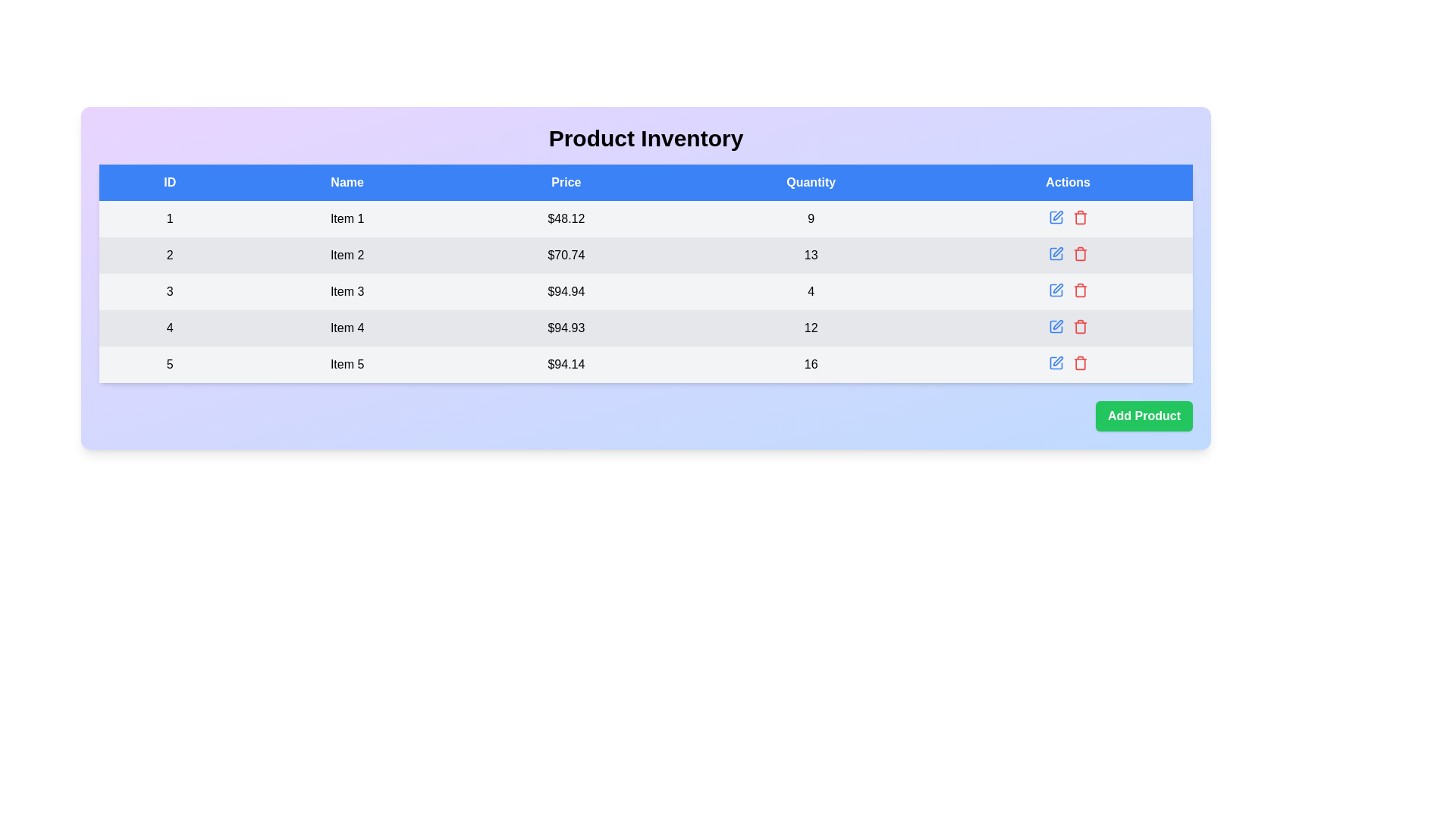 This screenshot has width=1456, height=819. Describe the element at coordinates (1055, 362) in the screenshot. I see `the blue-colored edit icon styled as a pencil located in the last row of the data table under the 'Actions' column` at that location.